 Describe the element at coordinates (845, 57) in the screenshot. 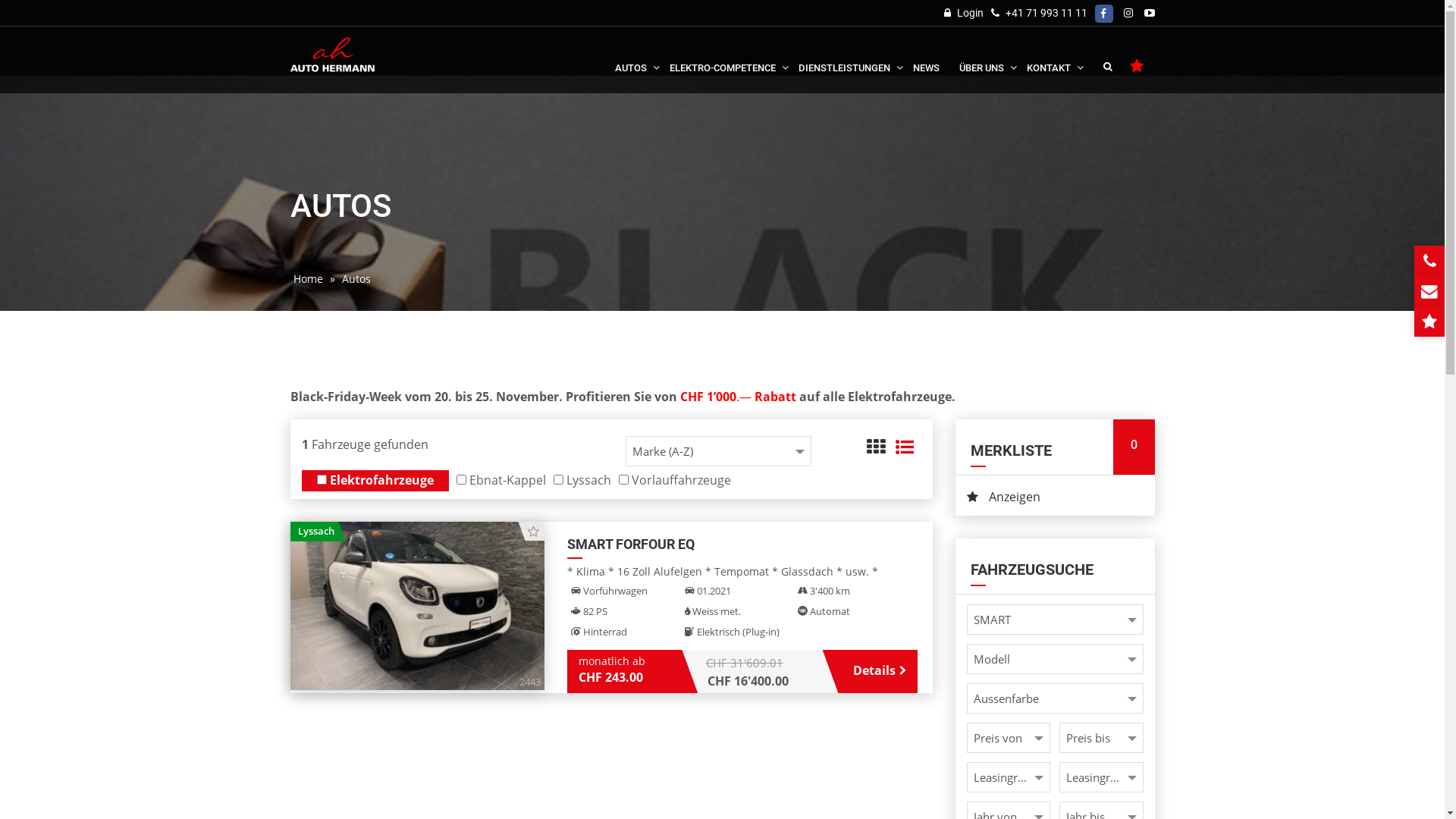

I see `'DIENSTLEISTUNGEN'` at that location.